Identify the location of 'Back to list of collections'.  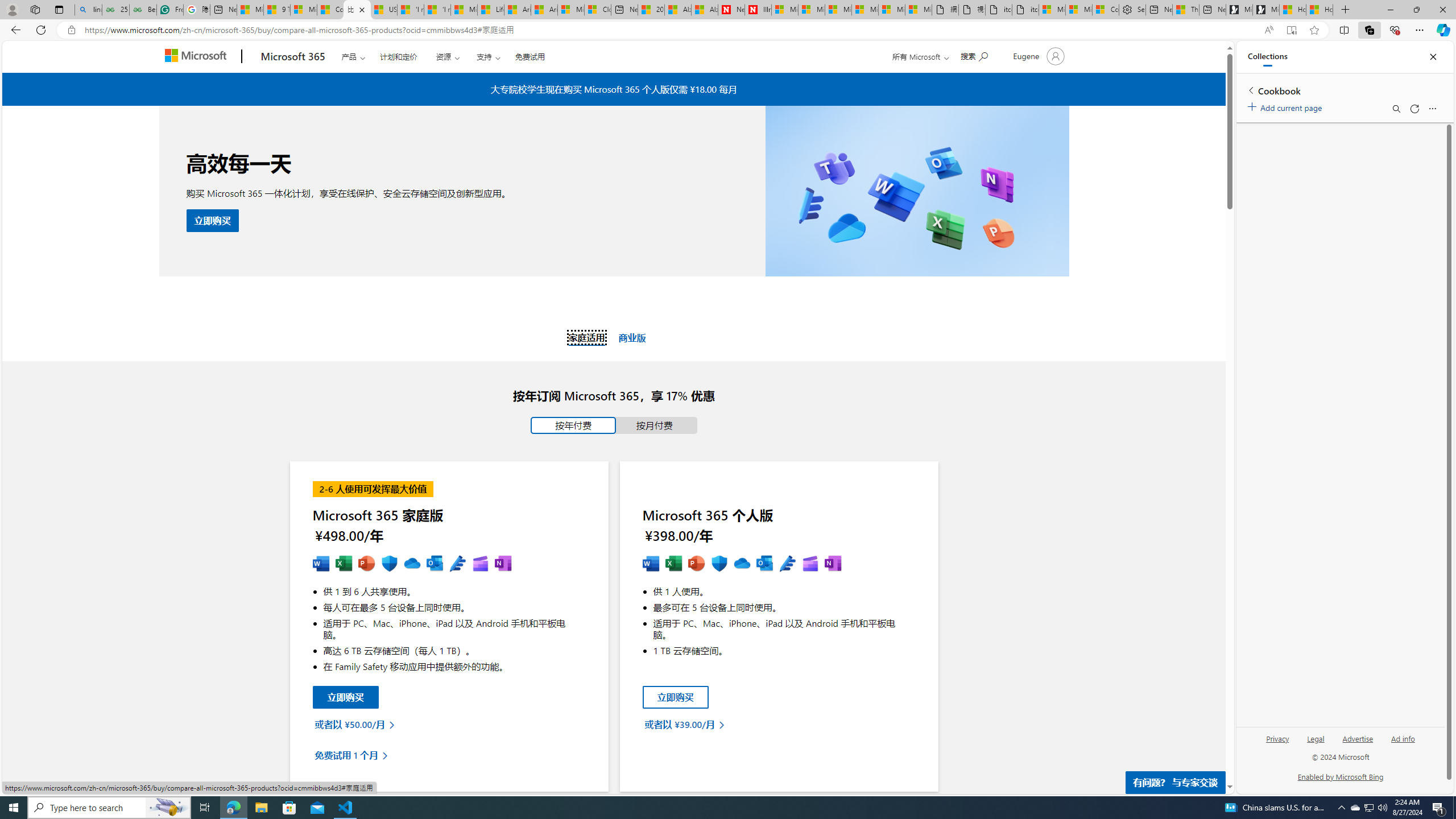
(1250, 90).